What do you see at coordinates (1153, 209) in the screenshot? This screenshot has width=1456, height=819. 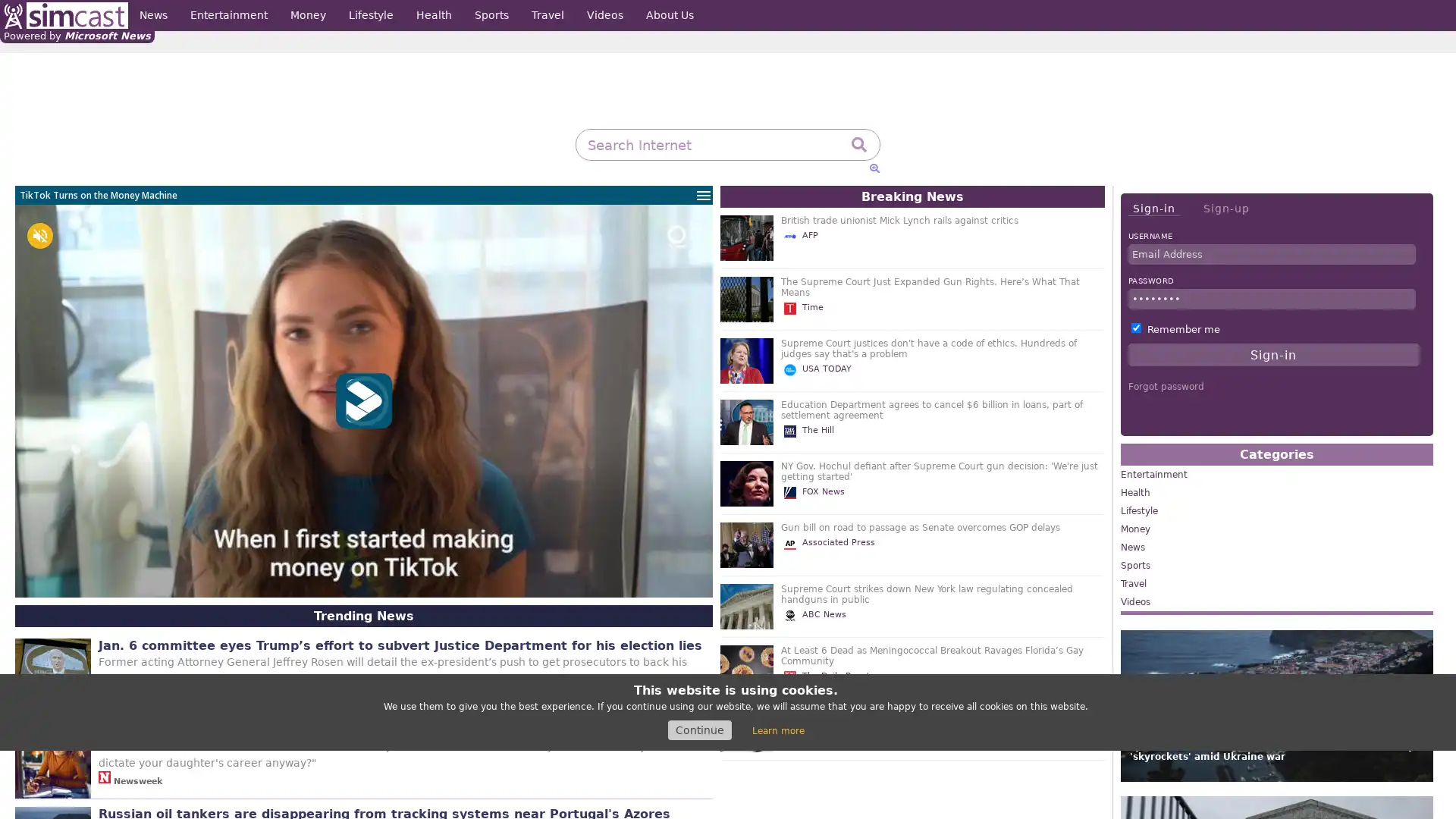 I see `Sign-in` at bounding box center [1153, 209].